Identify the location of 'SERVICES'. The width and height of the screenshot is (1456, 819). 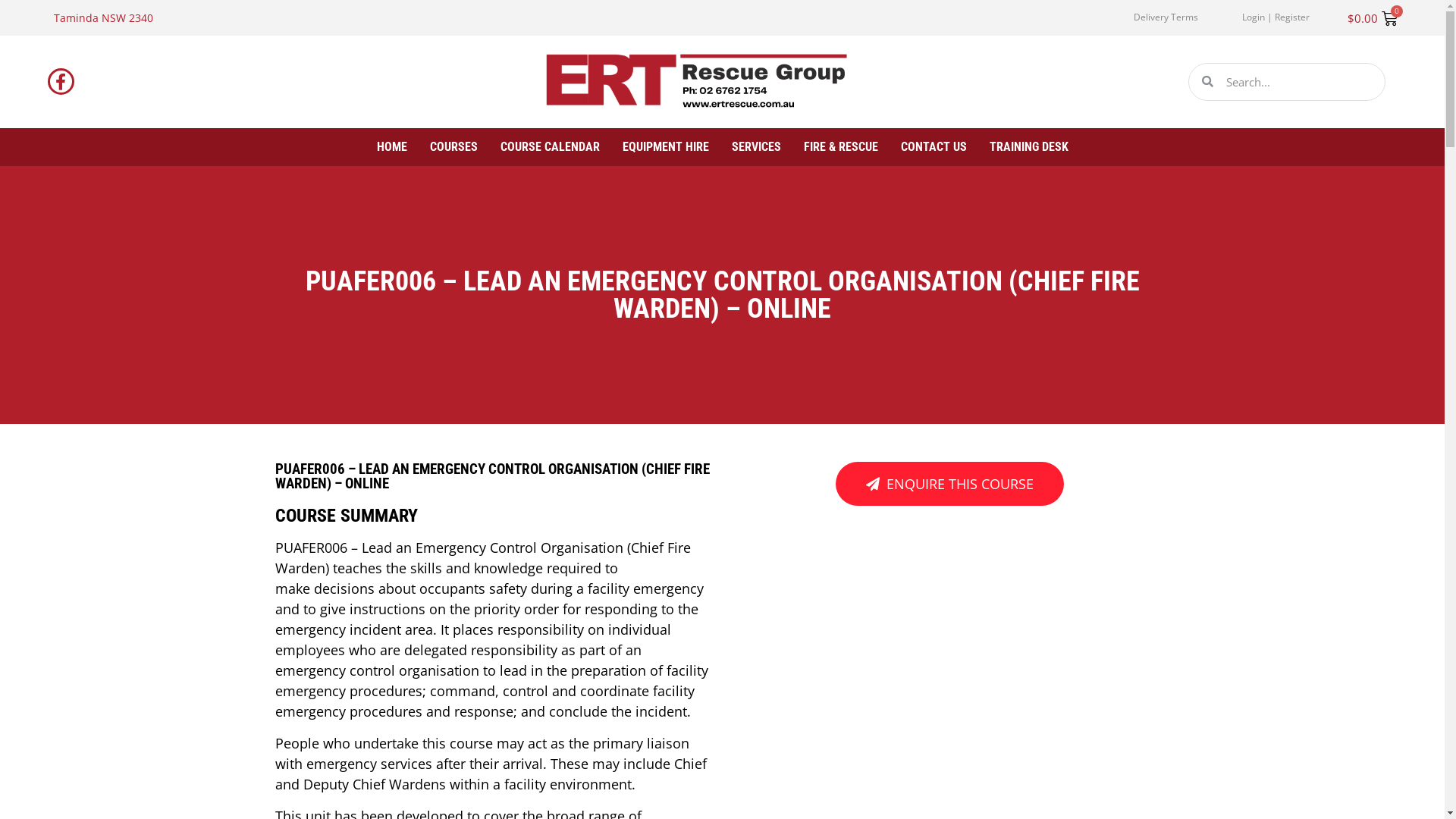
(755, 146).